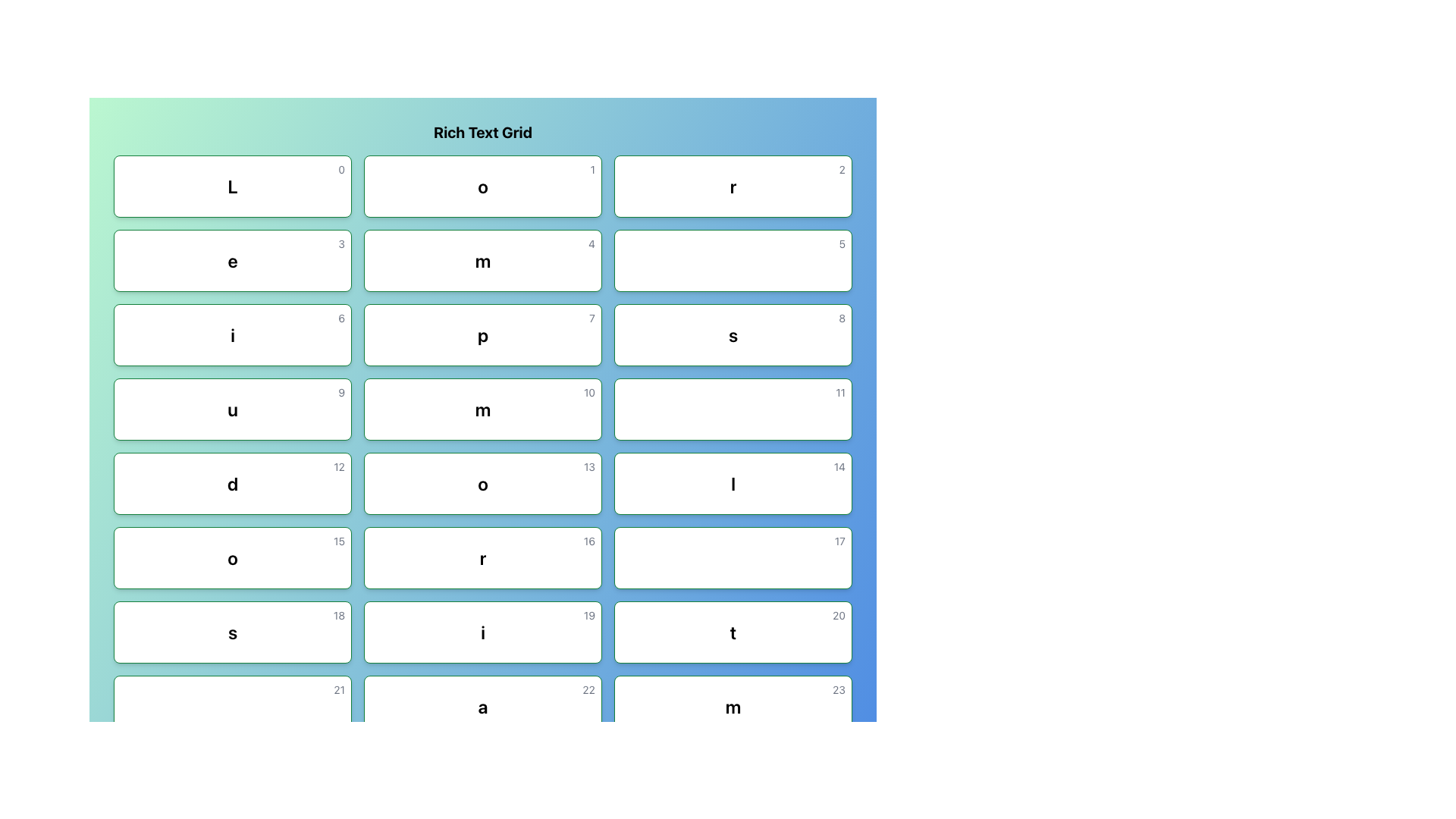  What do you see at coordinates (482, 259) in the screenshot?
I see `the interactive card in the second row and second column, which represents the letter 'm' or the number '4'` at bounding box center [482, 259].